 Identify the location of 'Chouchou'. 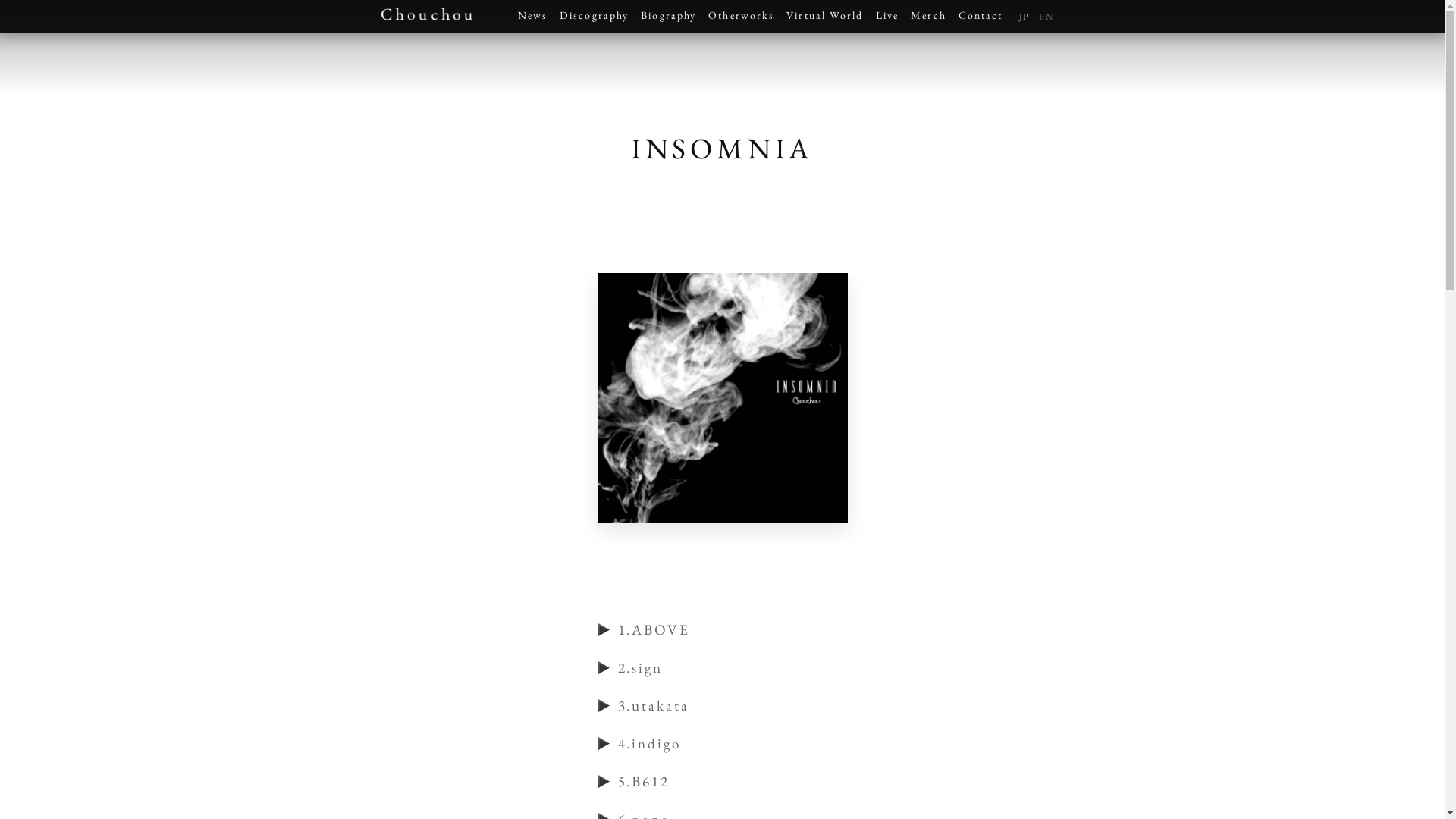
(381, 14).